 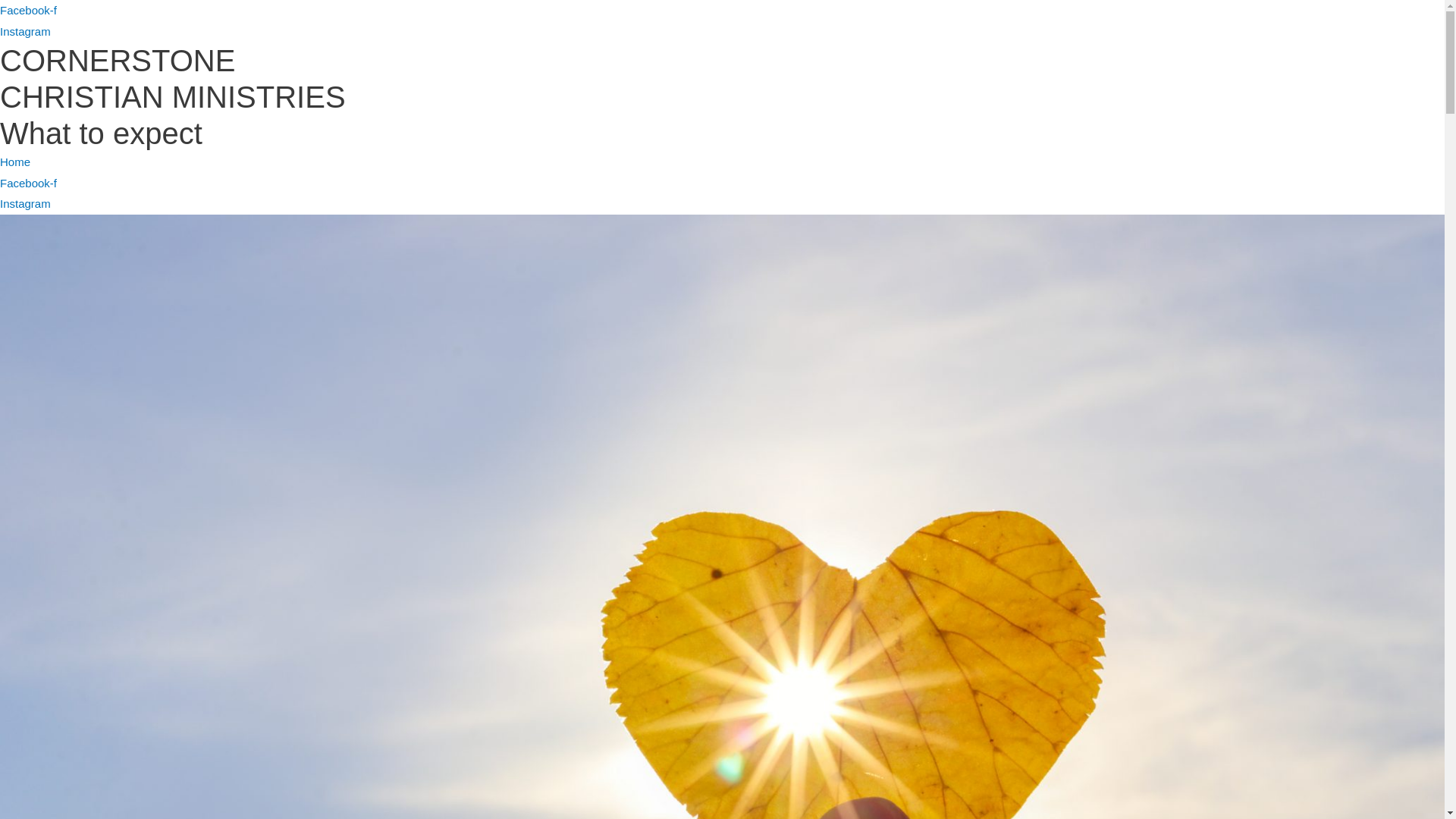 What do you see at coordinates (25, 202) in the screenshot?
I see `'Instagram'` at bounding box center [25, 202].